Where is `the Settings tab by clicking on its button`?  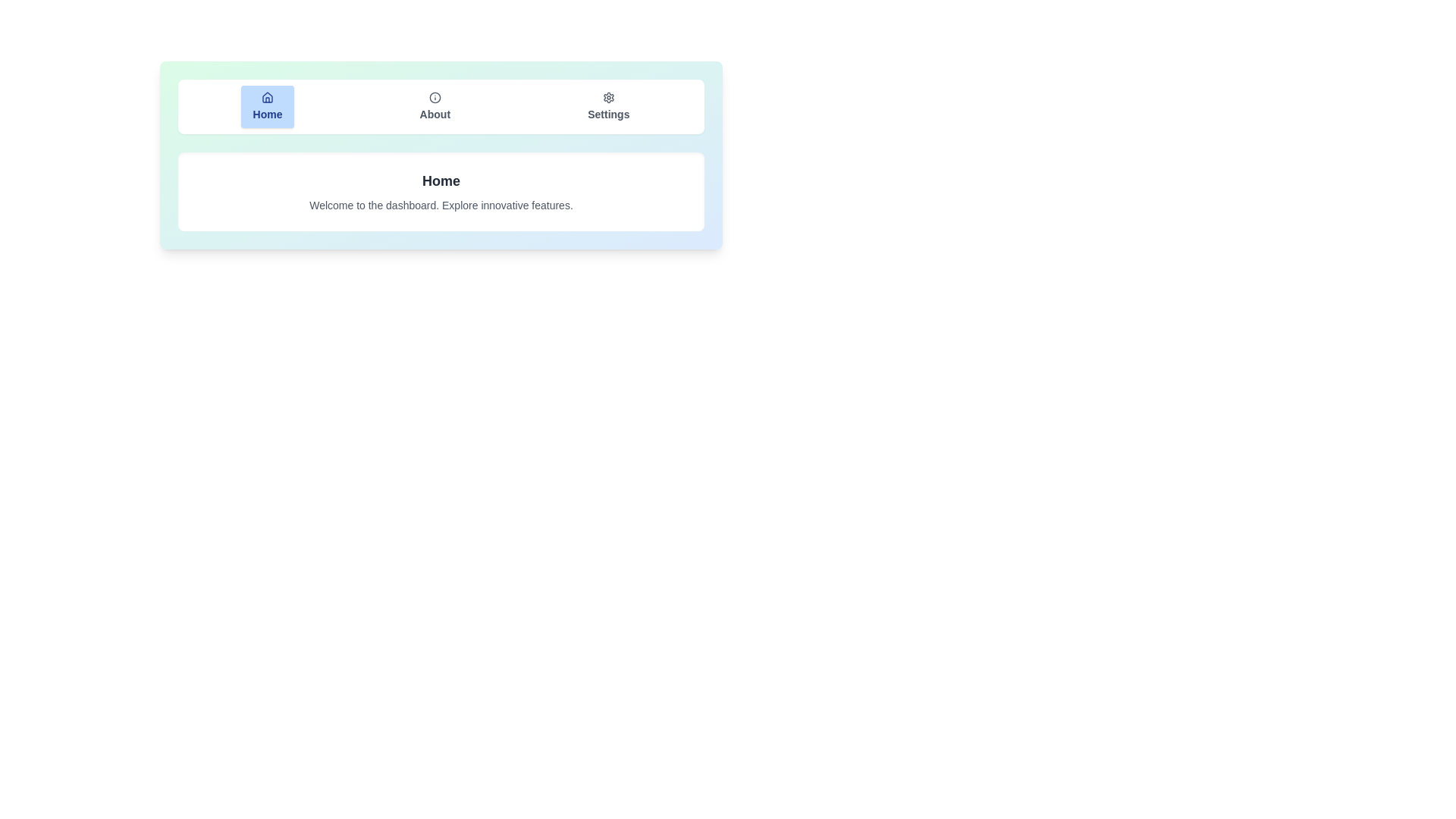 the Settings tab by clicking on its button is located at coordinates (608, 106).